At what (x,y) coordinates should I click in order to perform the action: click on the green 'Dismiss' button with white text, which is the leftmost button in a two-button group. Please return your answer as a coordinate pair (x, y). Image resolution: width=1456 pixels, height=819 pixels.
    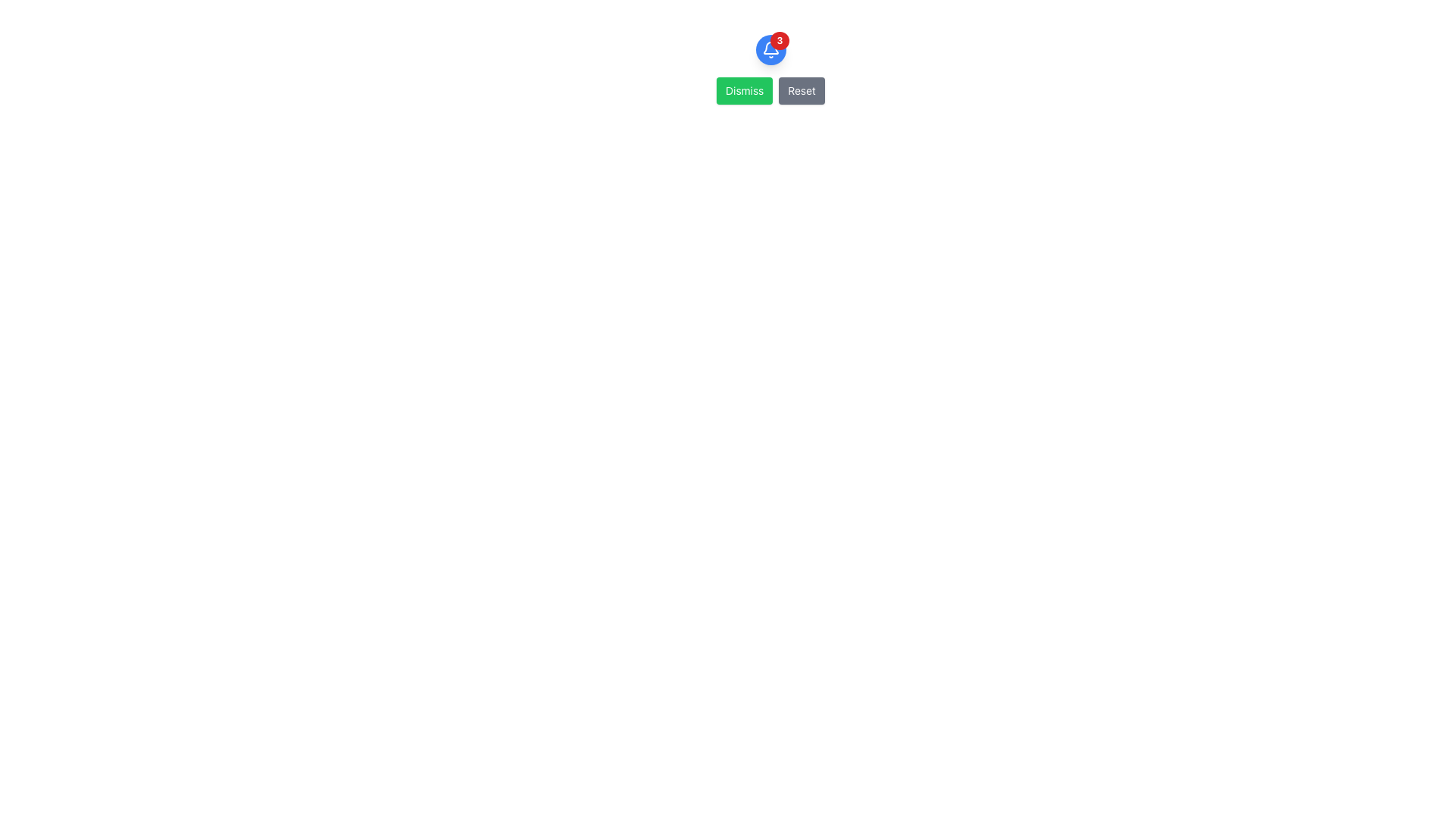
    Looking at the image, I should click on (745, 90).